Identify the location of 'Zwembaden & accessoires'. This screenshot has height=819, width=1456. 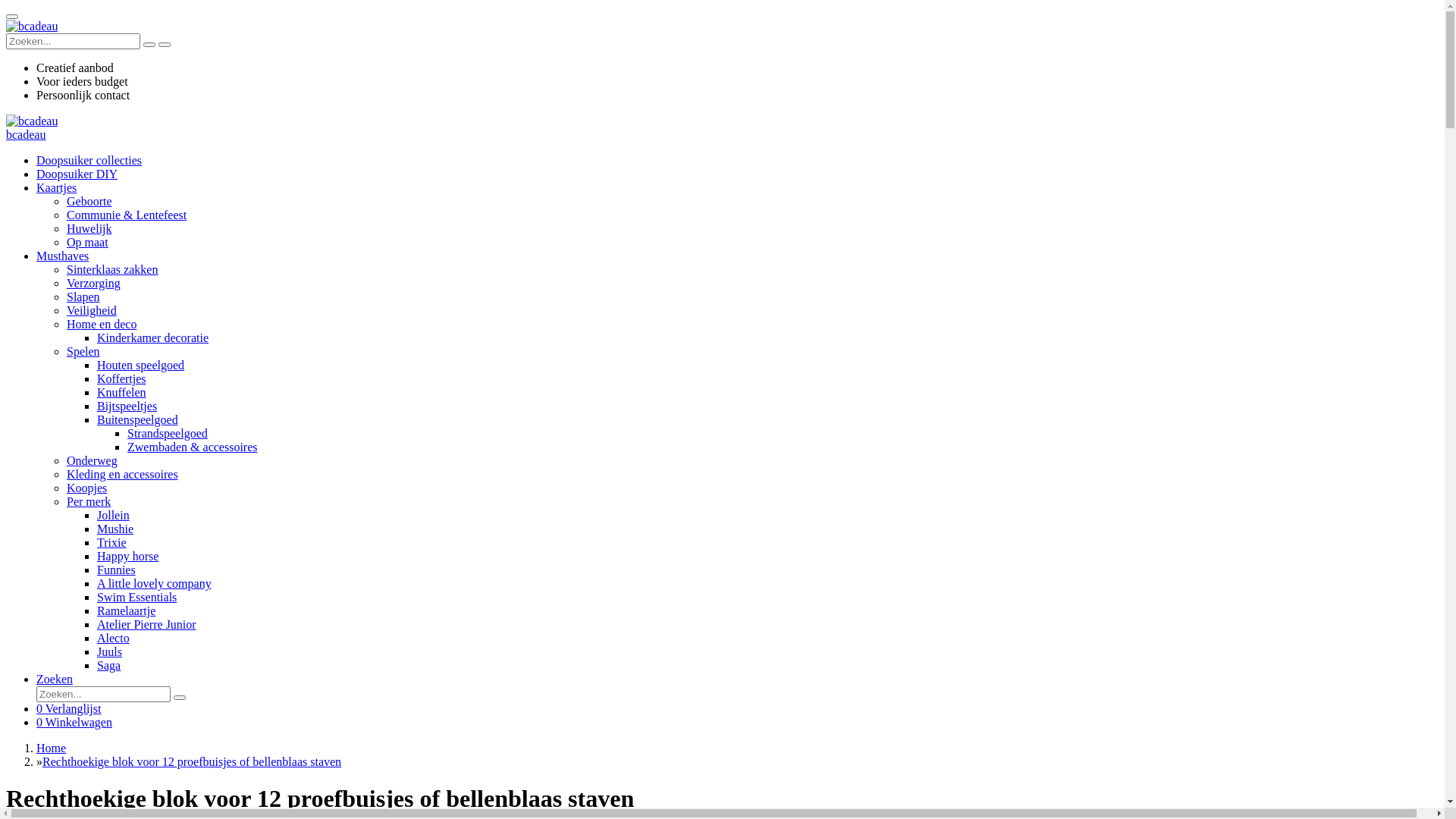
(191, 446).